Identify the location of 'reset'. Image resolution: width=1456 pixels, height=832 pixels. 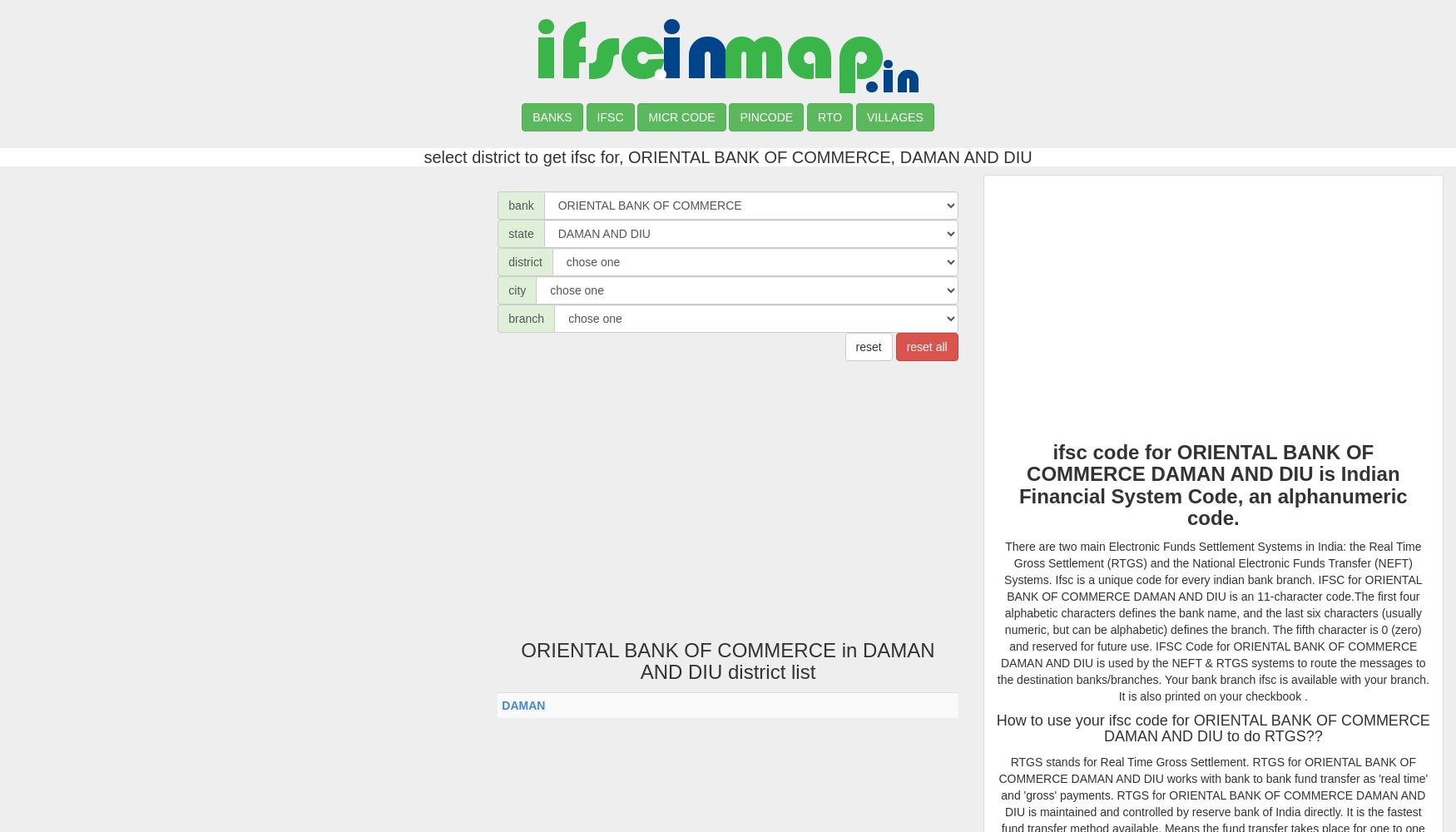
(854, 347).